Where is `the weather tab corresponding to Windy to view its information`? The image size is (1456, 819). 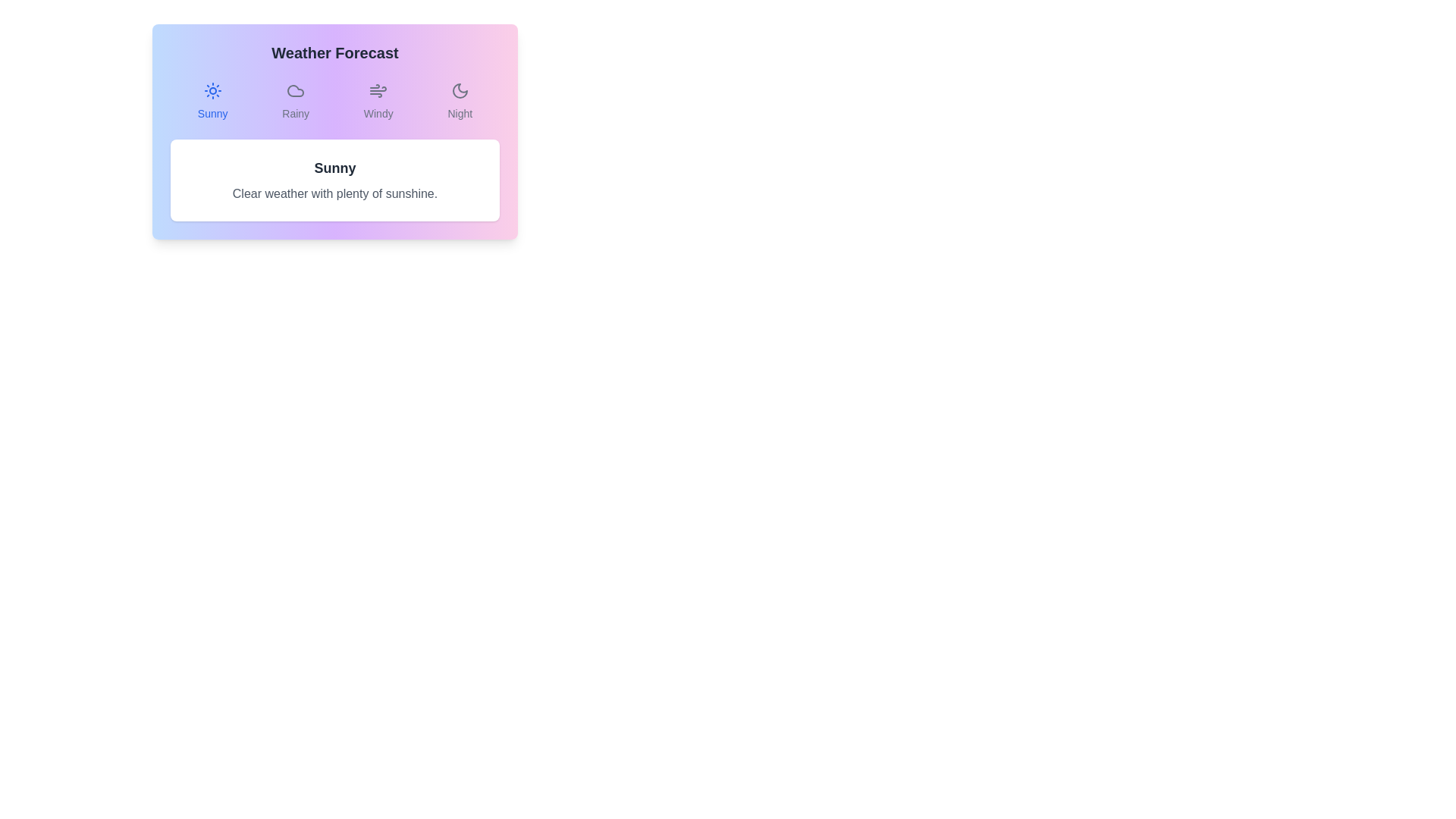 the weather tab corresponding to Windy to view its information is located at coordinates (378, 102).